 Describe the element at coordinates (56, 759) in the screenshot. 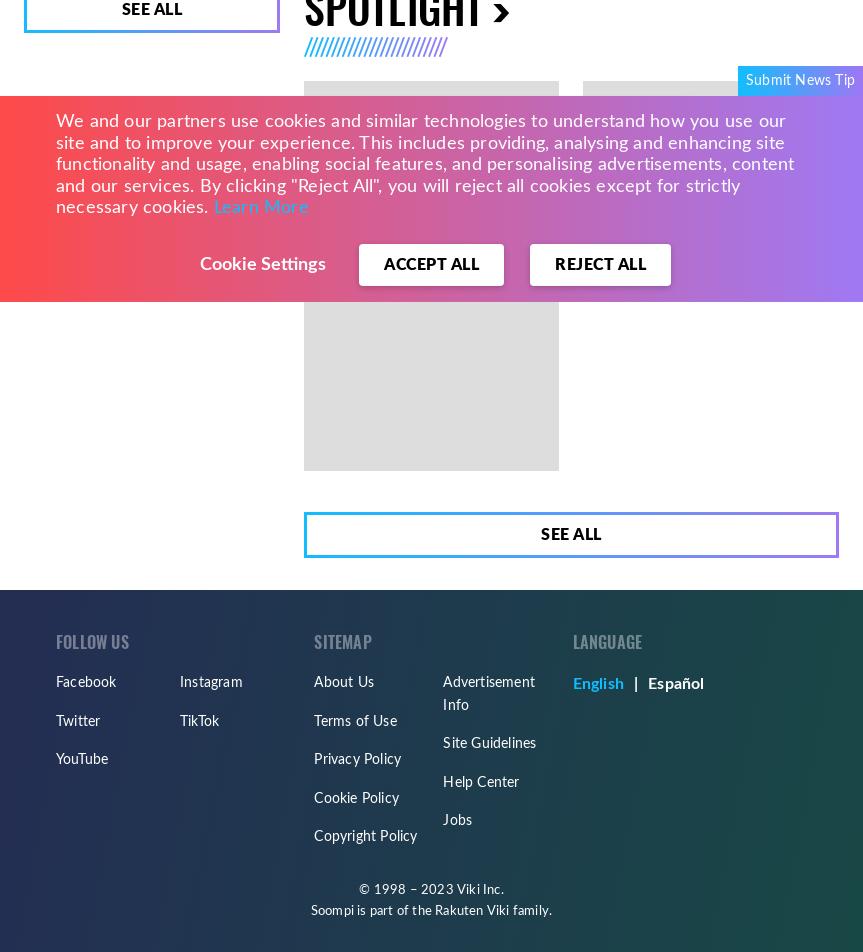

I see `'YouTube'` at that location.